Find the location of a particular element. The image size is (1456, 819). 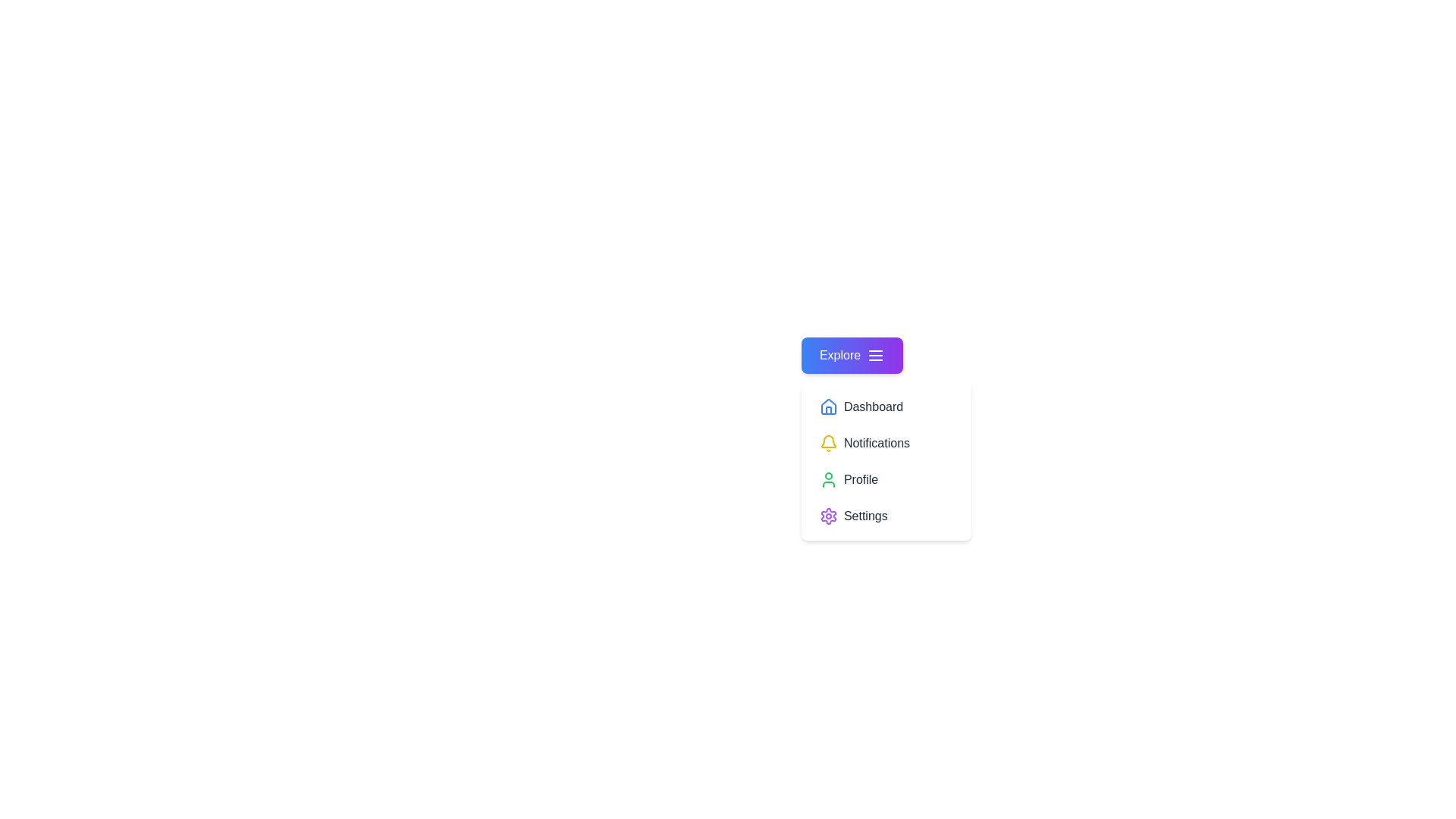

the 'Settings' menu item to select it is located at coordinates (886, 516).